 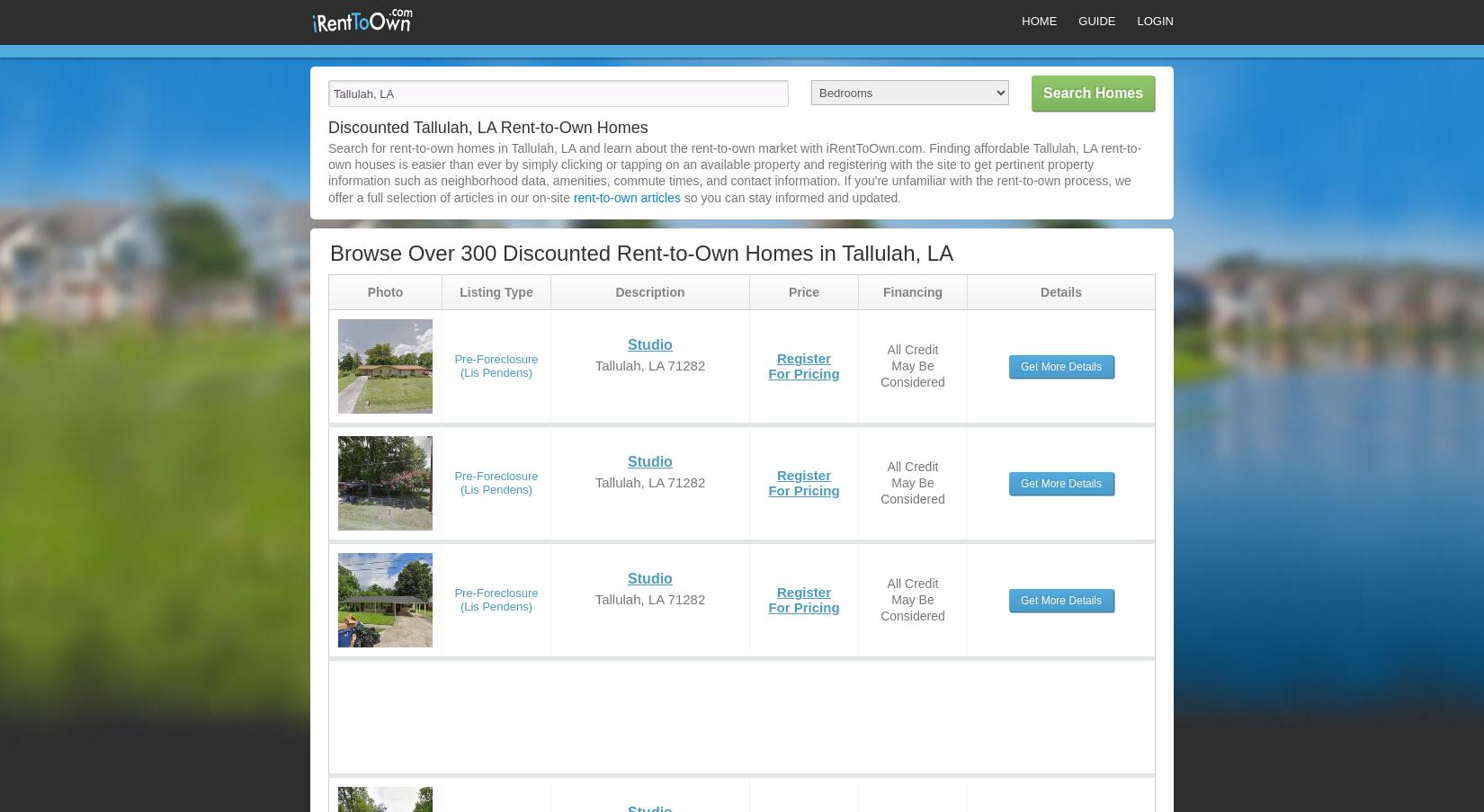 I want to click on 'Financing', so click(x=912, y=290).